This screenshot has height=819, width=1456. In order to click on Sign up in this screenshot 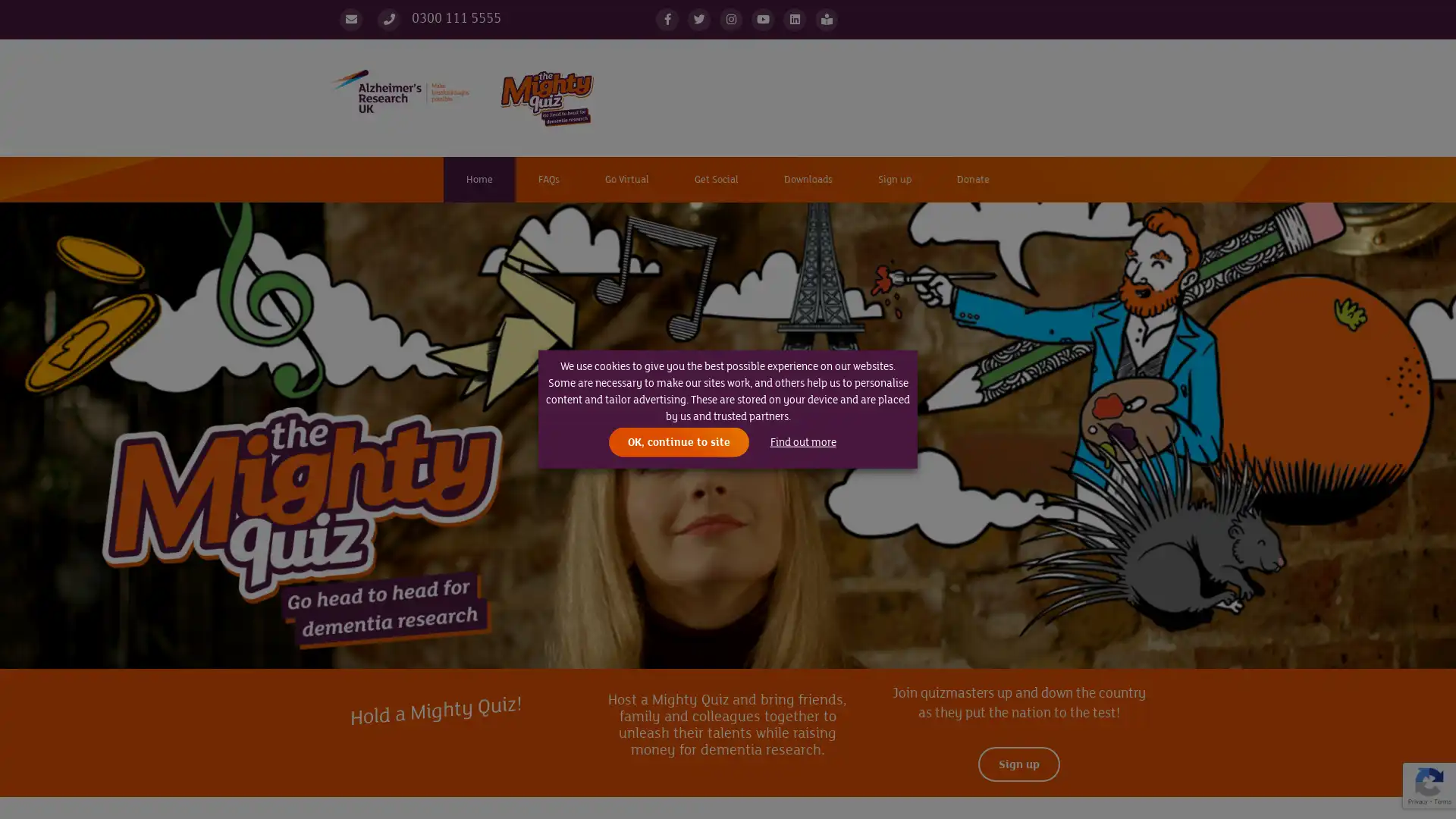, I will do `click(1018, 769)`.